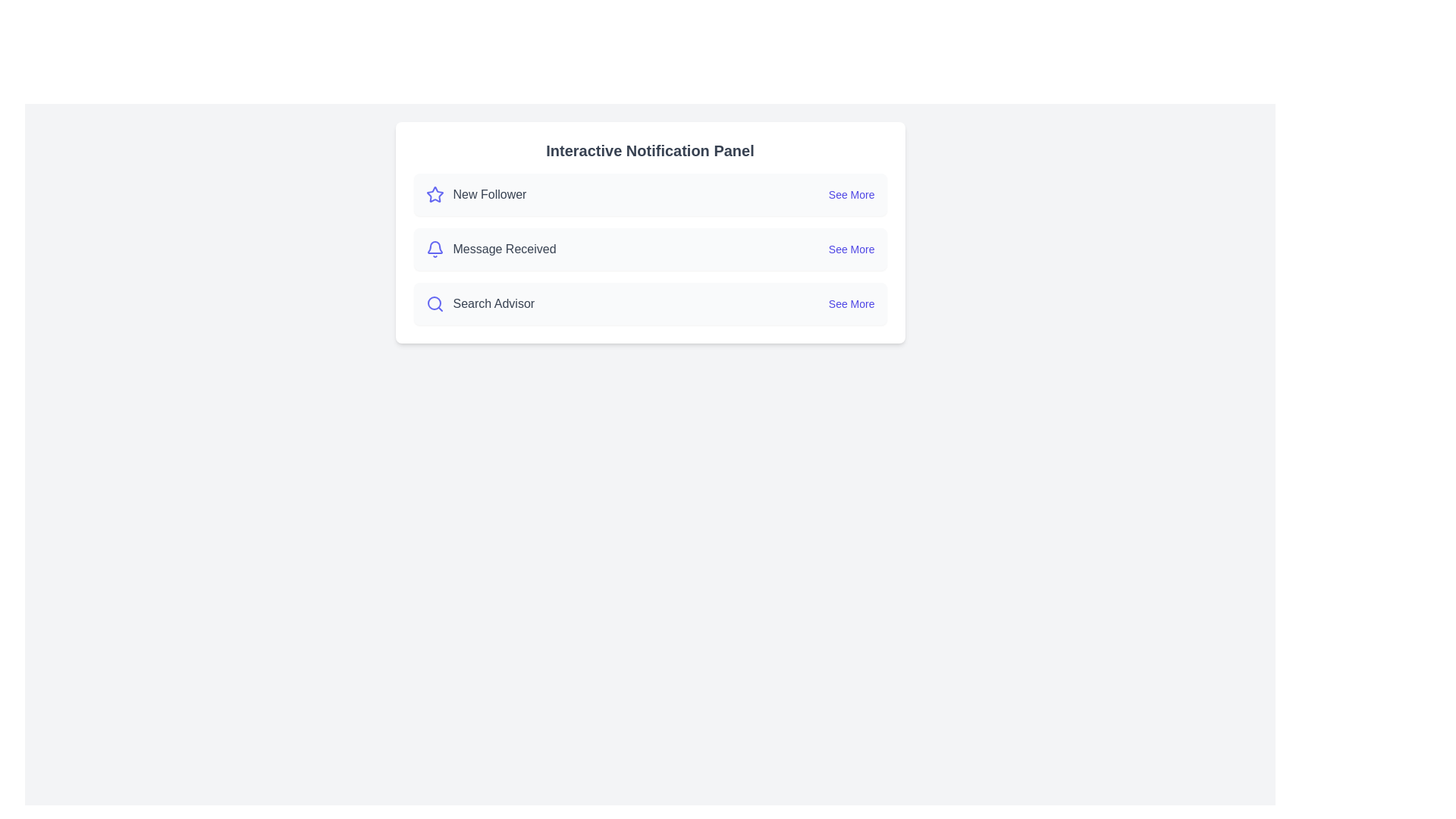  What do you see at coordinates (434, 193) in the screenshot?
I see `the five-pointed star icon with hollow outlines, colored in vibrant indigo, located in the first notification entry of the notification panel, to the left of the 'New Follower' text label` at bounding box center [434, 193].